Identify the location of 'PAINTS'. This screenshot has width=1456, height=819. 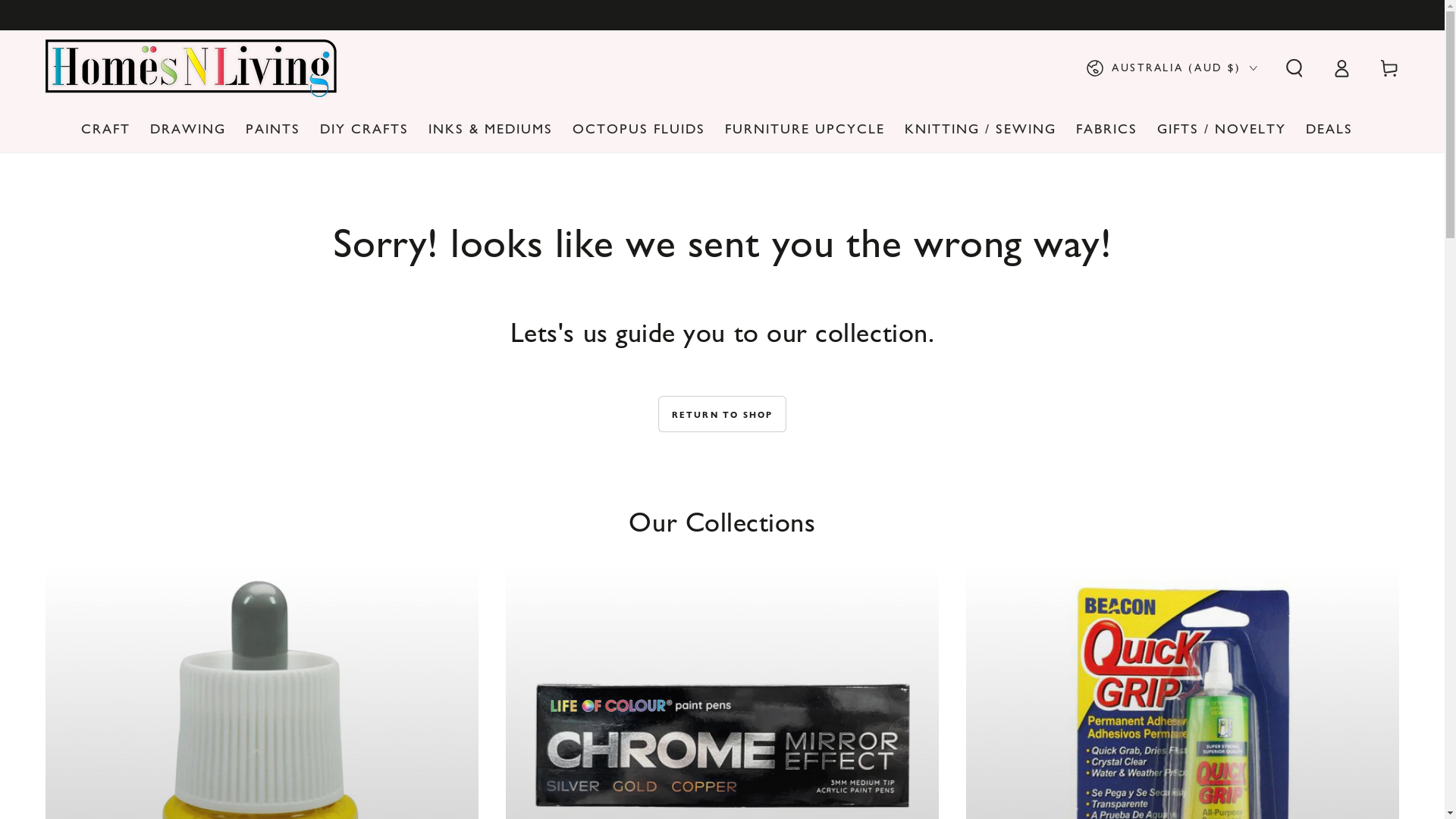
(243, 128).